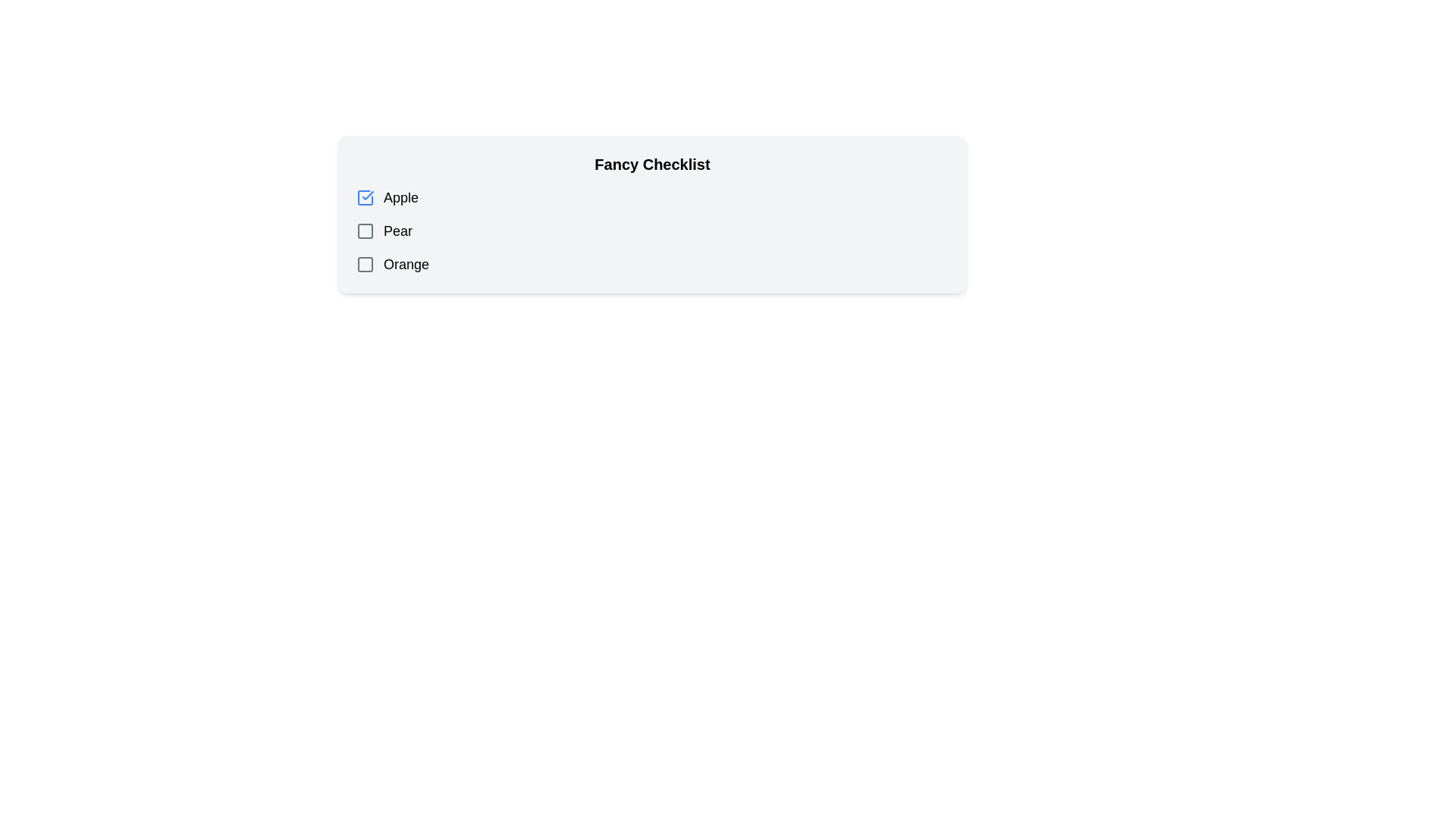  Describe the element at coordinates (365, 263) in the screenshot. I see `the small square SVG rectangle element representing a checklist item next to the text 'Orange'` at that location.